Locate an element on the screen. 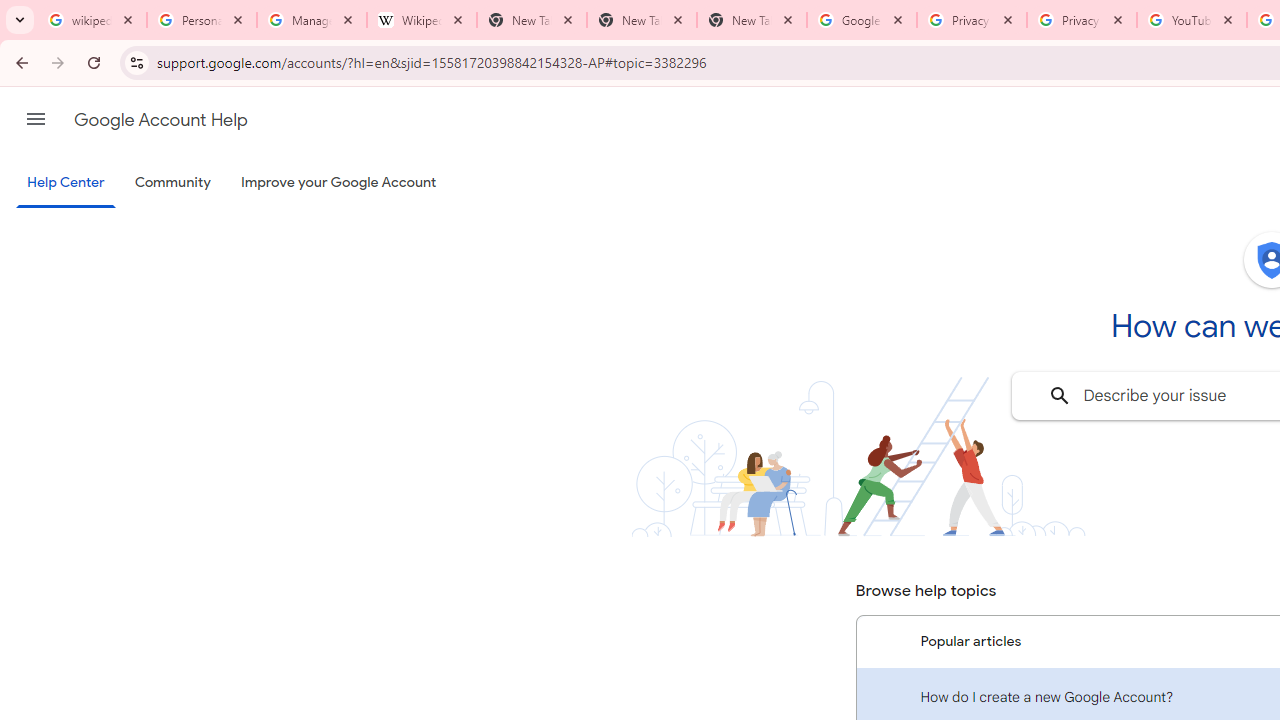  'Google Account Help' is located at coordinates (160, 119).